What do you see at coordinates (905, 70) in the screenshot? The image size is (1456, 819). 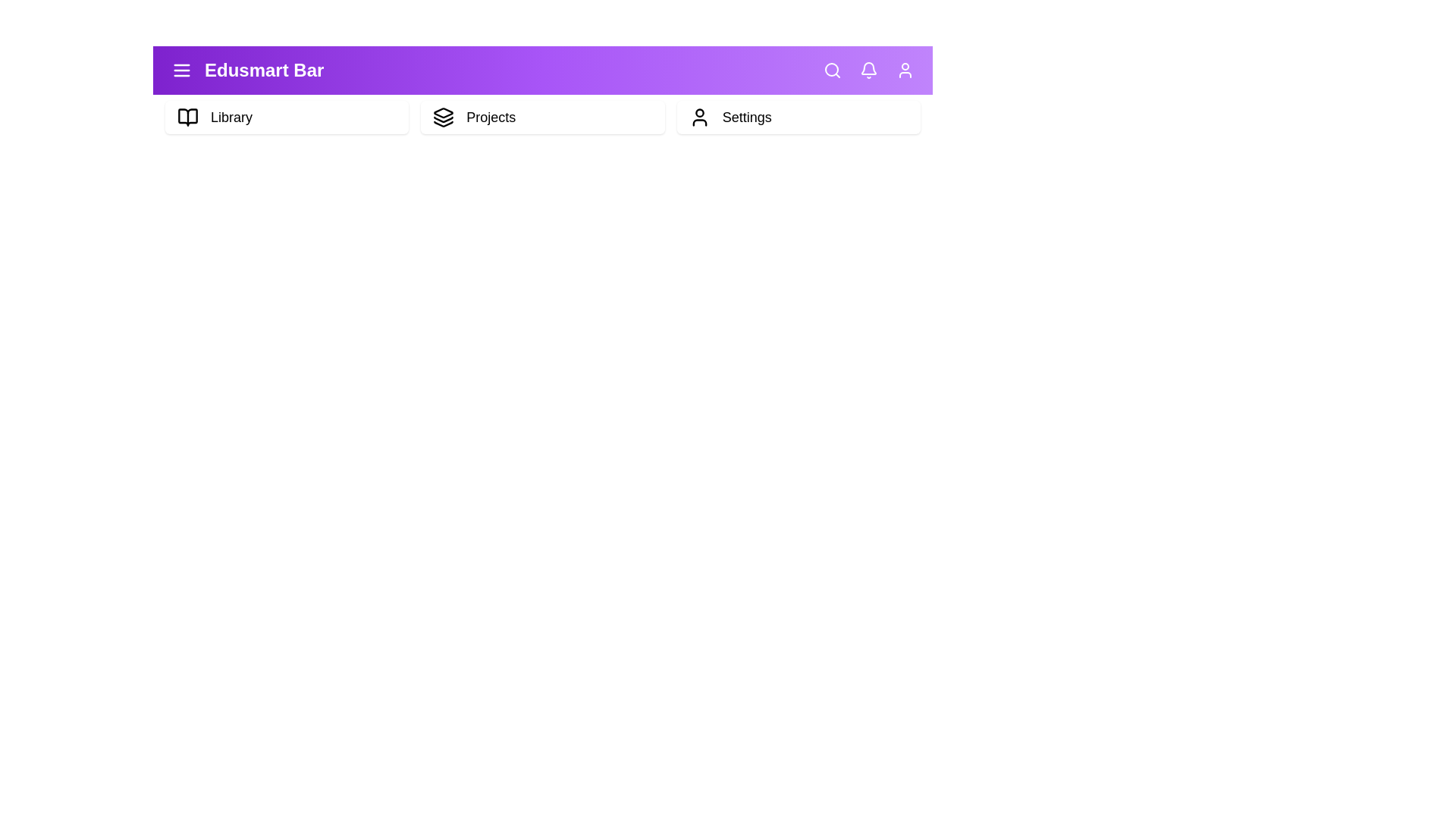 I see `the 'User' icon to access user settings` at bounding box center [905, 70].